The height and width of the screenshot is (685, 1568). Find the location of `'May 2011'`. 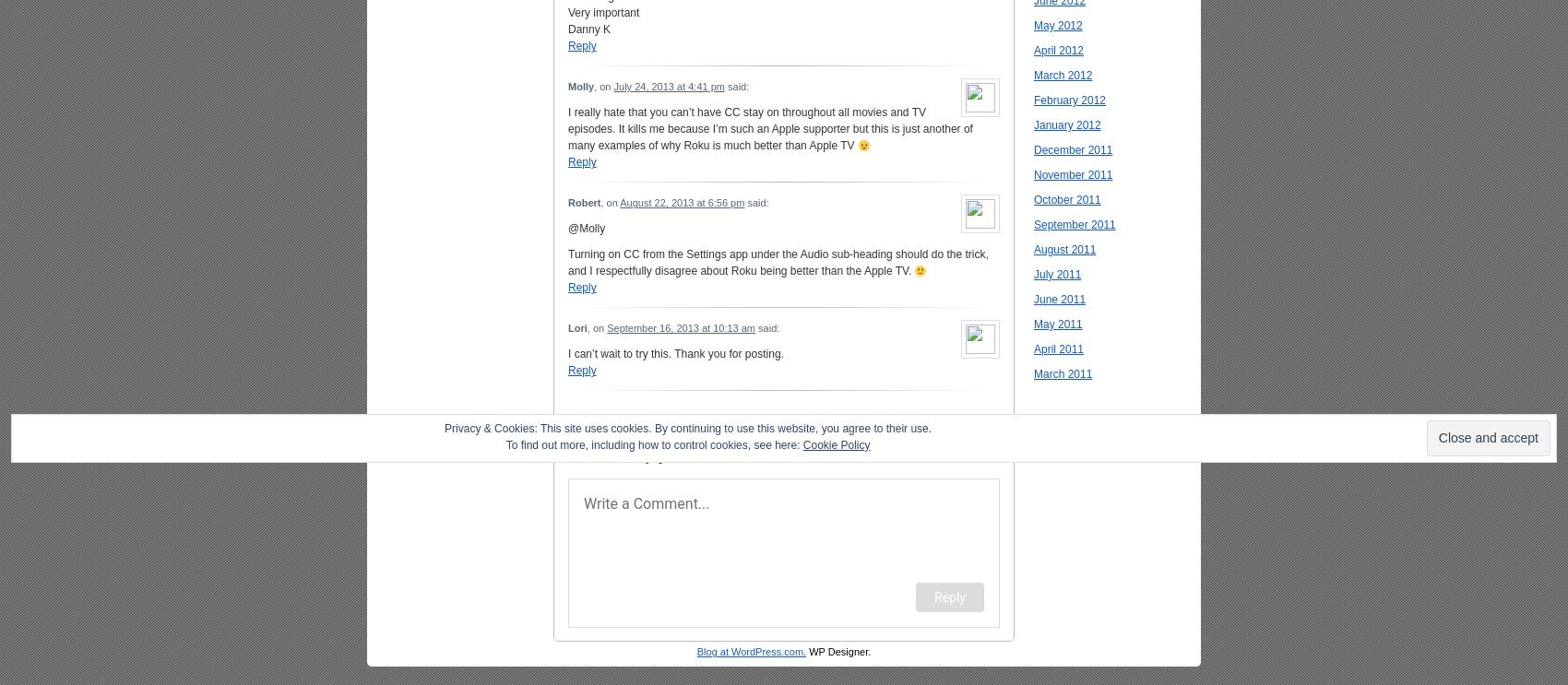

'May 2011' is located at coordinates (1057, 325).